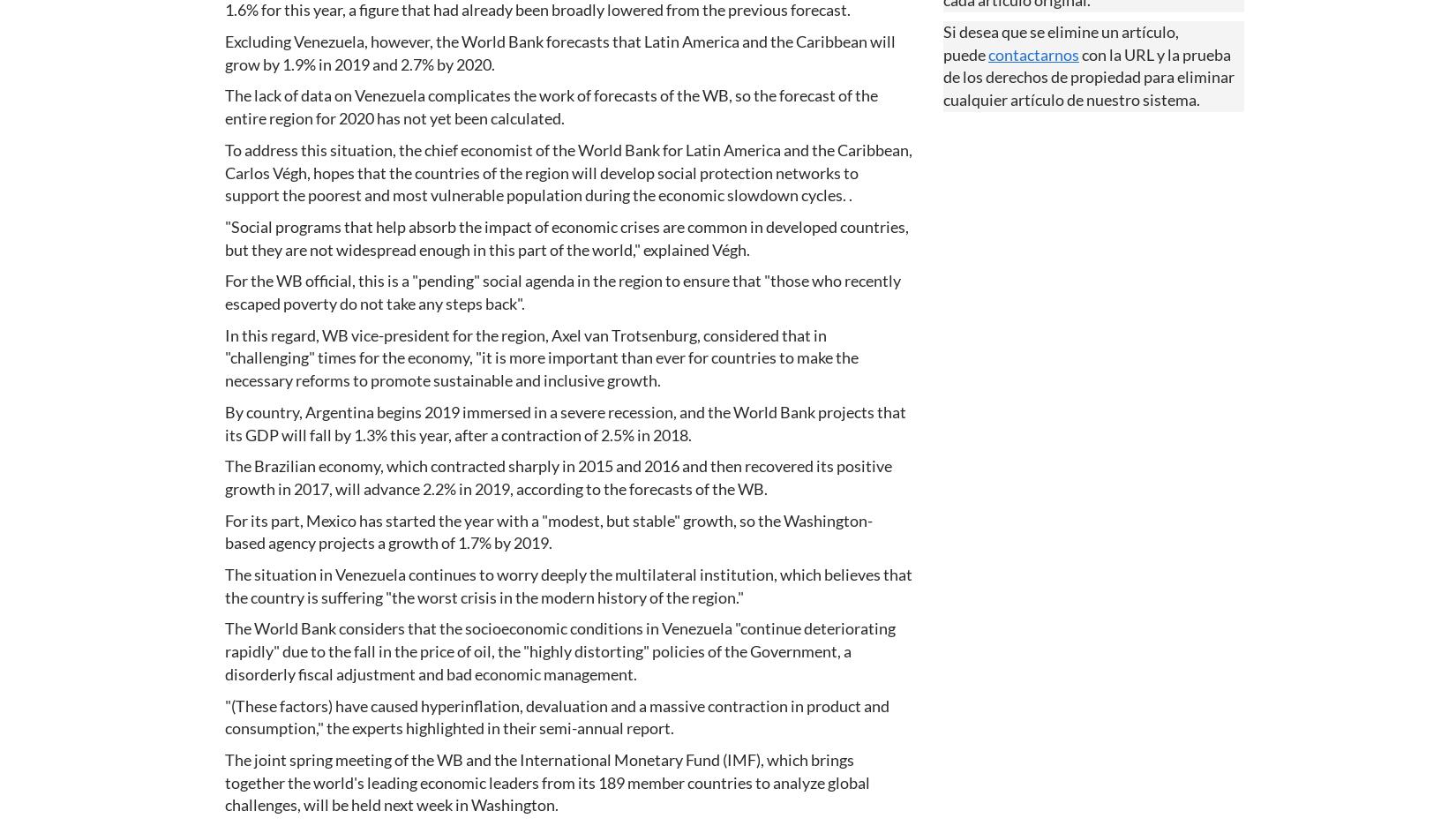 The image size is (1456, 826). Describe the element at coordinates (943, 75) in the screenshot. I see `'con la URL y la prueba de los derechos de propiedad para eliminar cualquier artículo de nuestro sistema.'` at that location.